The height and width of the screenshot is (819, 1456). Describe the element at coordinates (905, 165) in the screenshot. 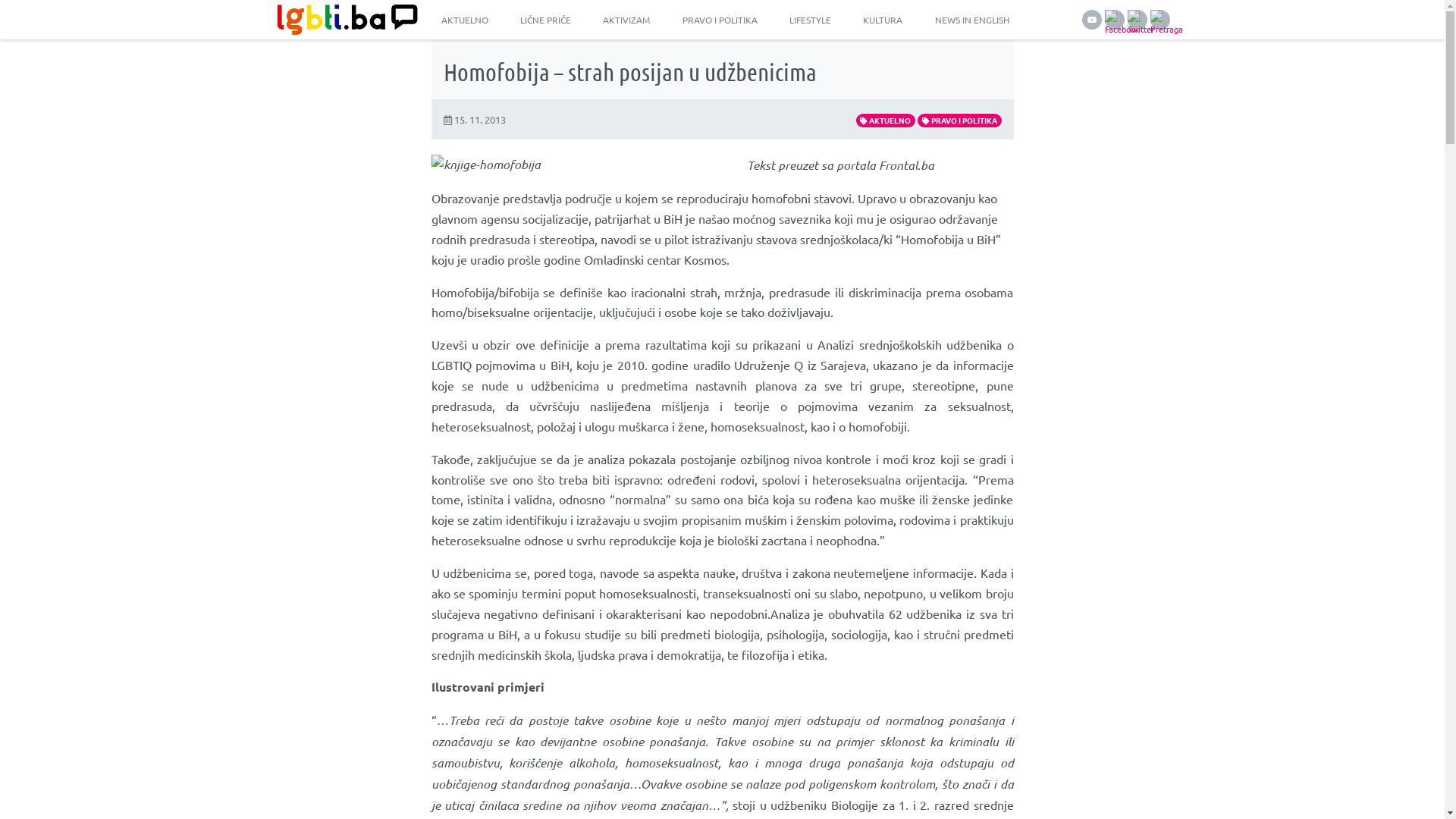

I see `'Frontal.ba'` at that location.